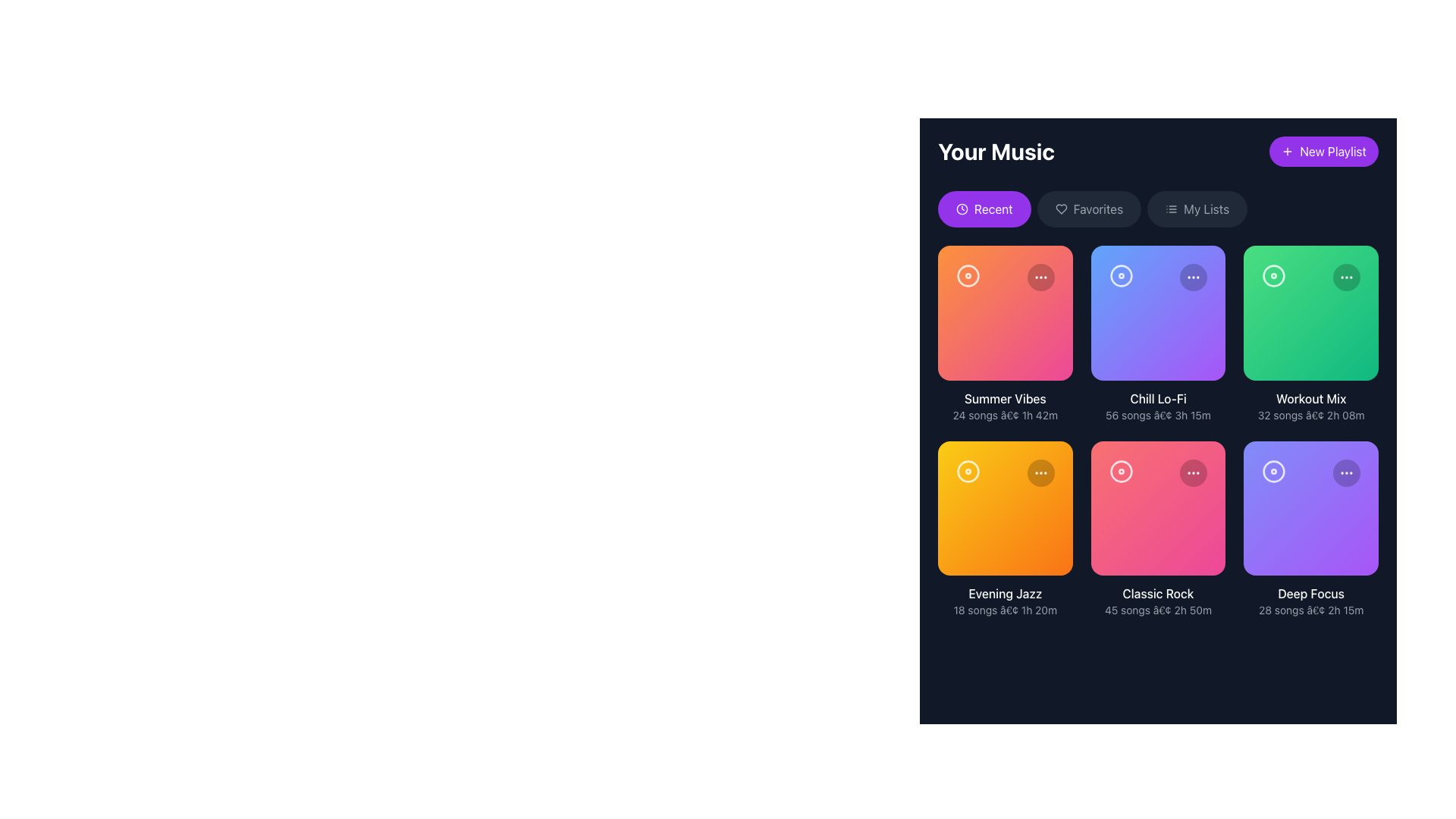  What do you see at coordinates (1005, 397) in the screenshot?
I see `the text label displaying the playlist name 'Summer Vibes', which is centrally aligned beneath the 'Recent' playlist thumbnail in the first column of the playlist grid within the 'Your Music' section` at bounding box center [1005, 397].